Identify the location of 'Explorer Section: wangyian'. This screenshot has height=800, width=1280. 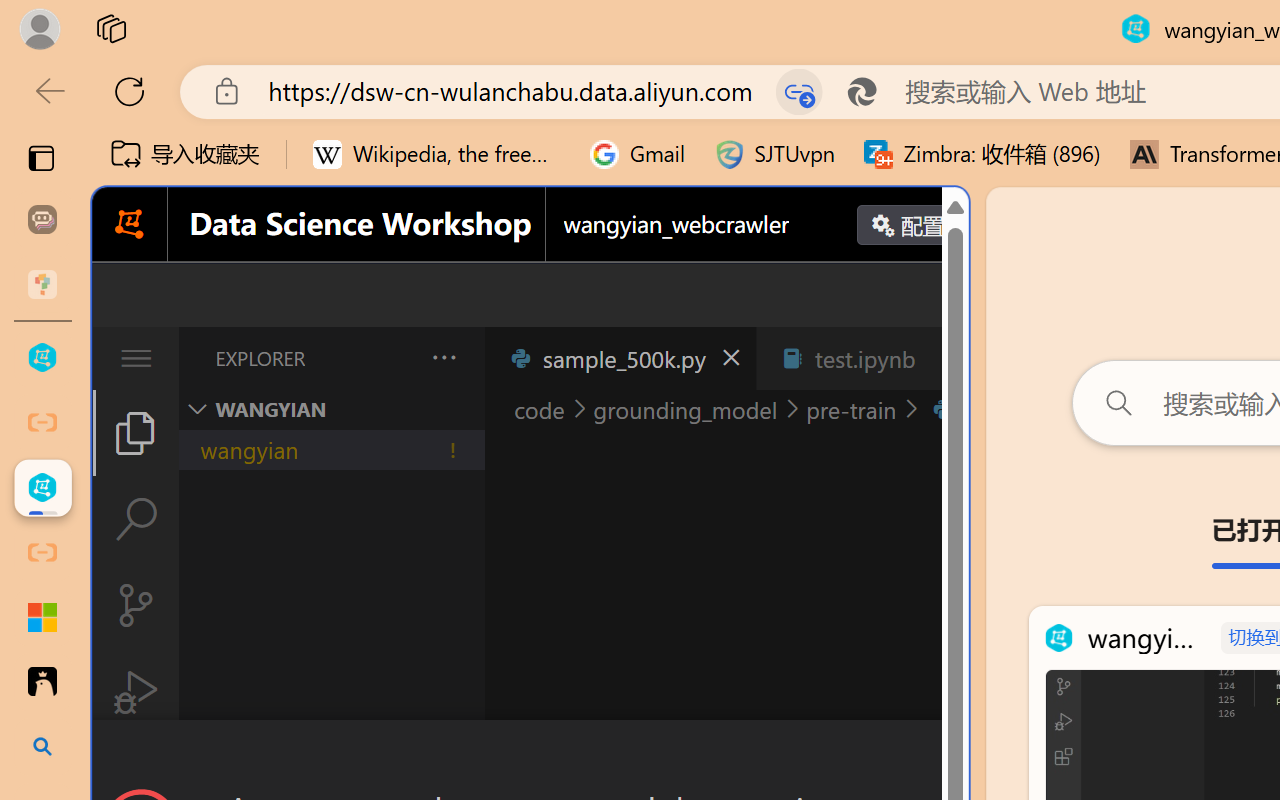
(331, 409).